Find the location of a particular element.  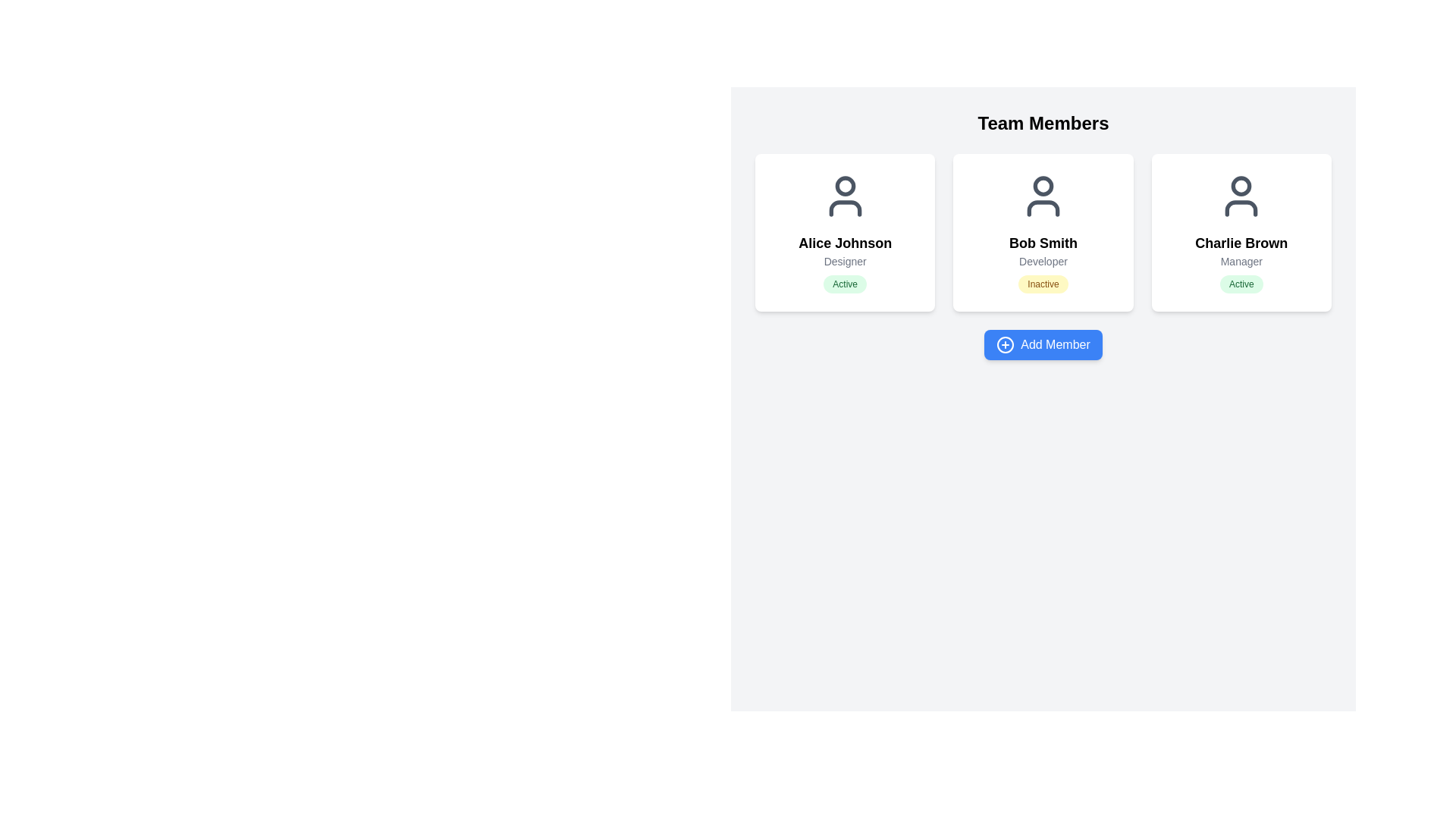

the text label displaying 'Manager' which is located under 'Charlie Brown' and above the status indicator 'Active' is located at coordinates (1241, 260).